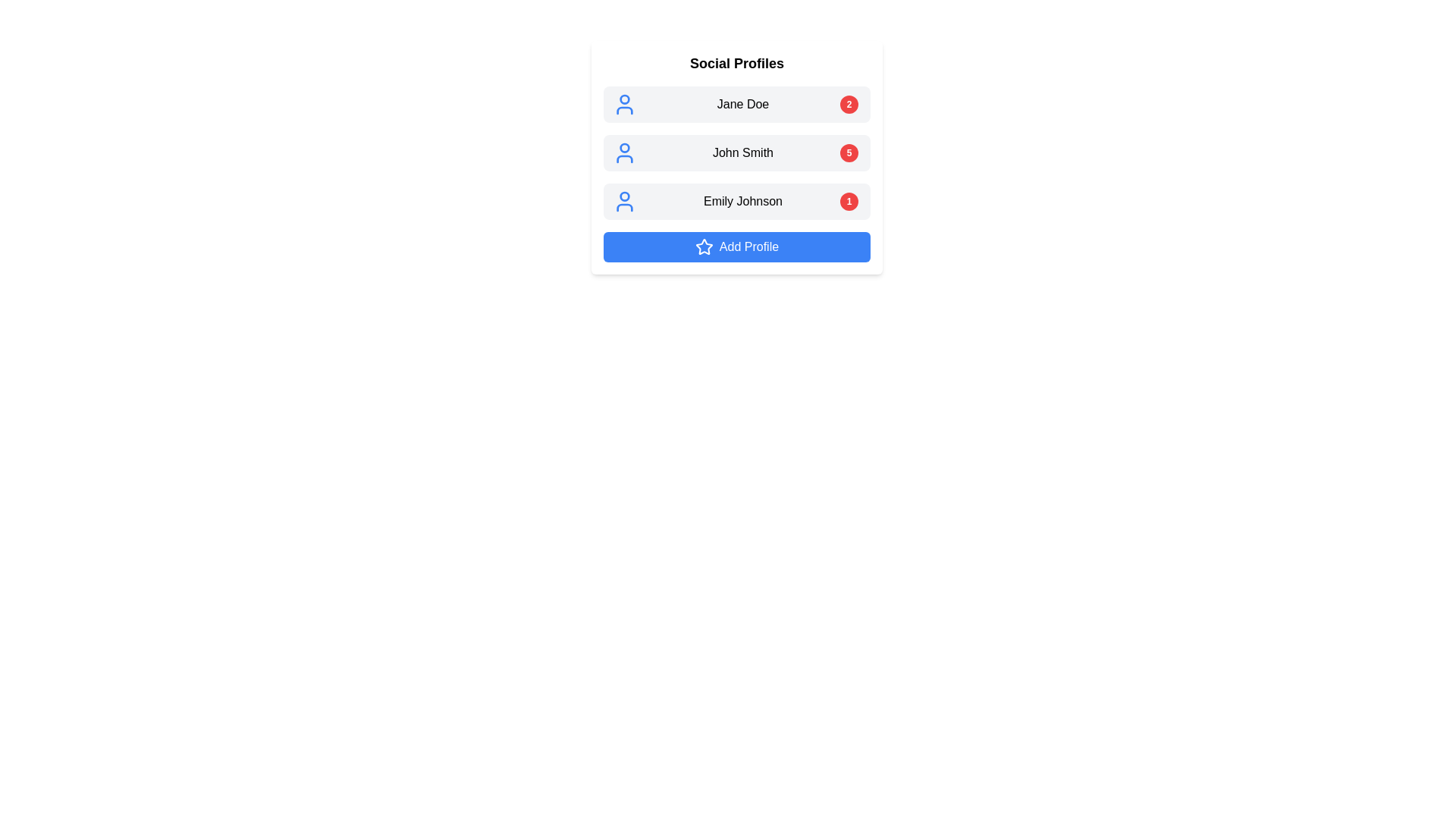 This screenshot has height=819, width=1456. What do you see at coordinates (625, 110) in the screenshot?
I see `the user icon component within the SVG image, which is positioned to the left of the text 'Jane Doe' and above the red badge with the number '2'` at bounding box center [625, 110].